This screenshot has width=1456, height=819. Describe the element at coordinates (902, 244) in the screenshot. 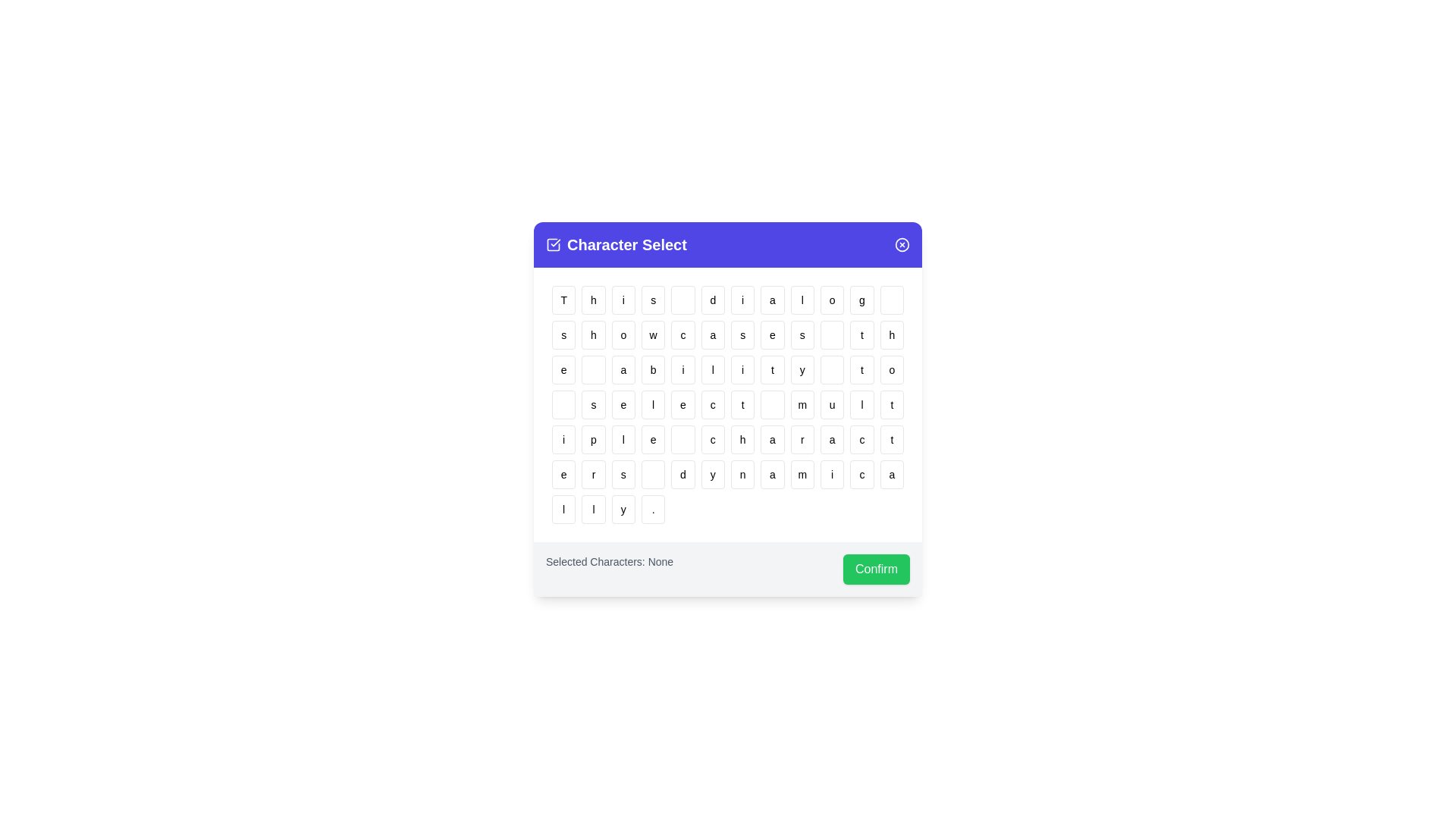

I see `the close button to close the dialog` at that location.